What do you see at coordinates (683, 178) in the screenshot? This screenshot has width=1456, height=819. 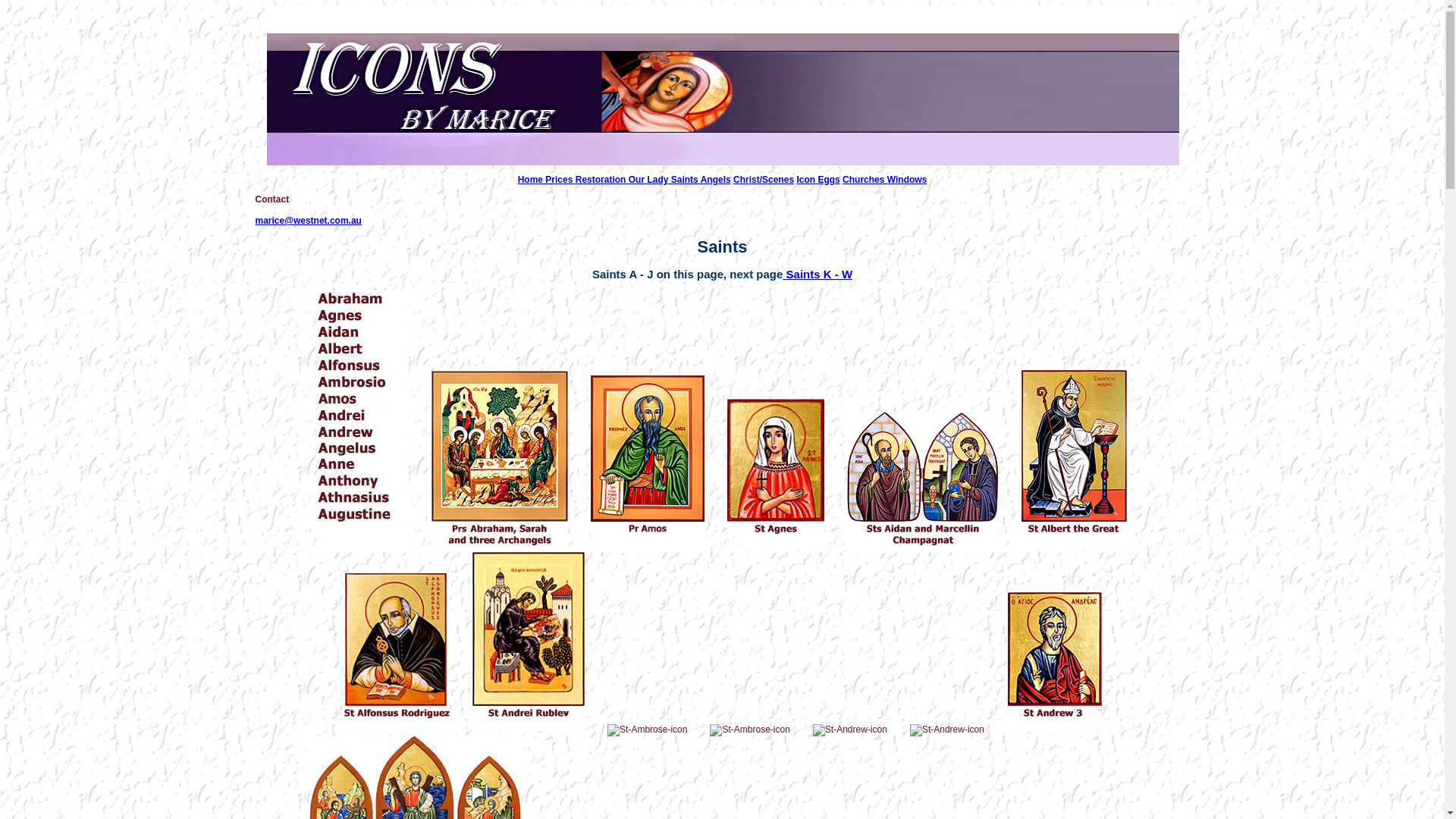 I see `'Saints'` at bounding box center [683, 178].